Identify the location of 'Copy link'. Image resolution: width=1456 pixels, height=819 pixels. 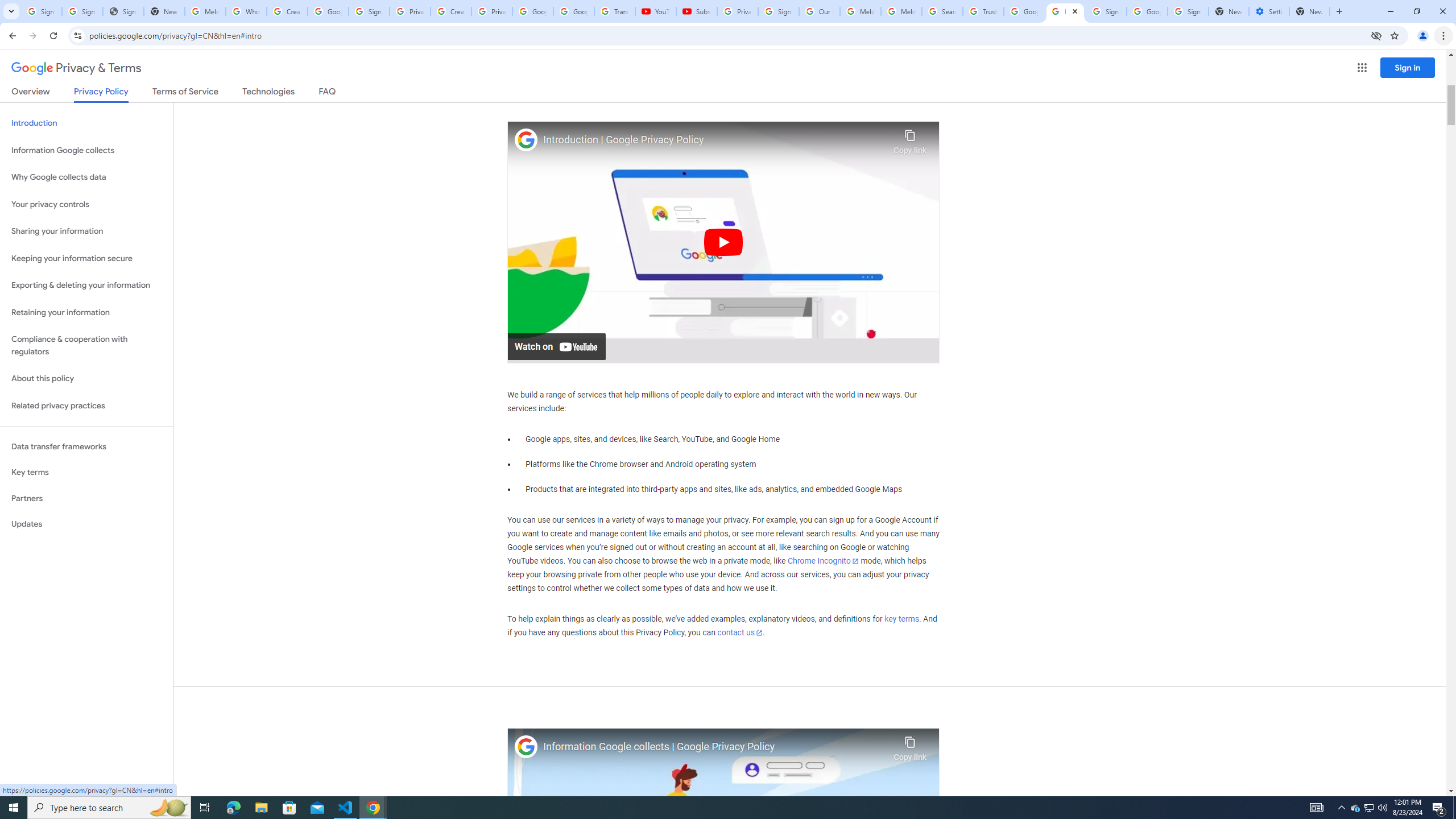
(909, 745).